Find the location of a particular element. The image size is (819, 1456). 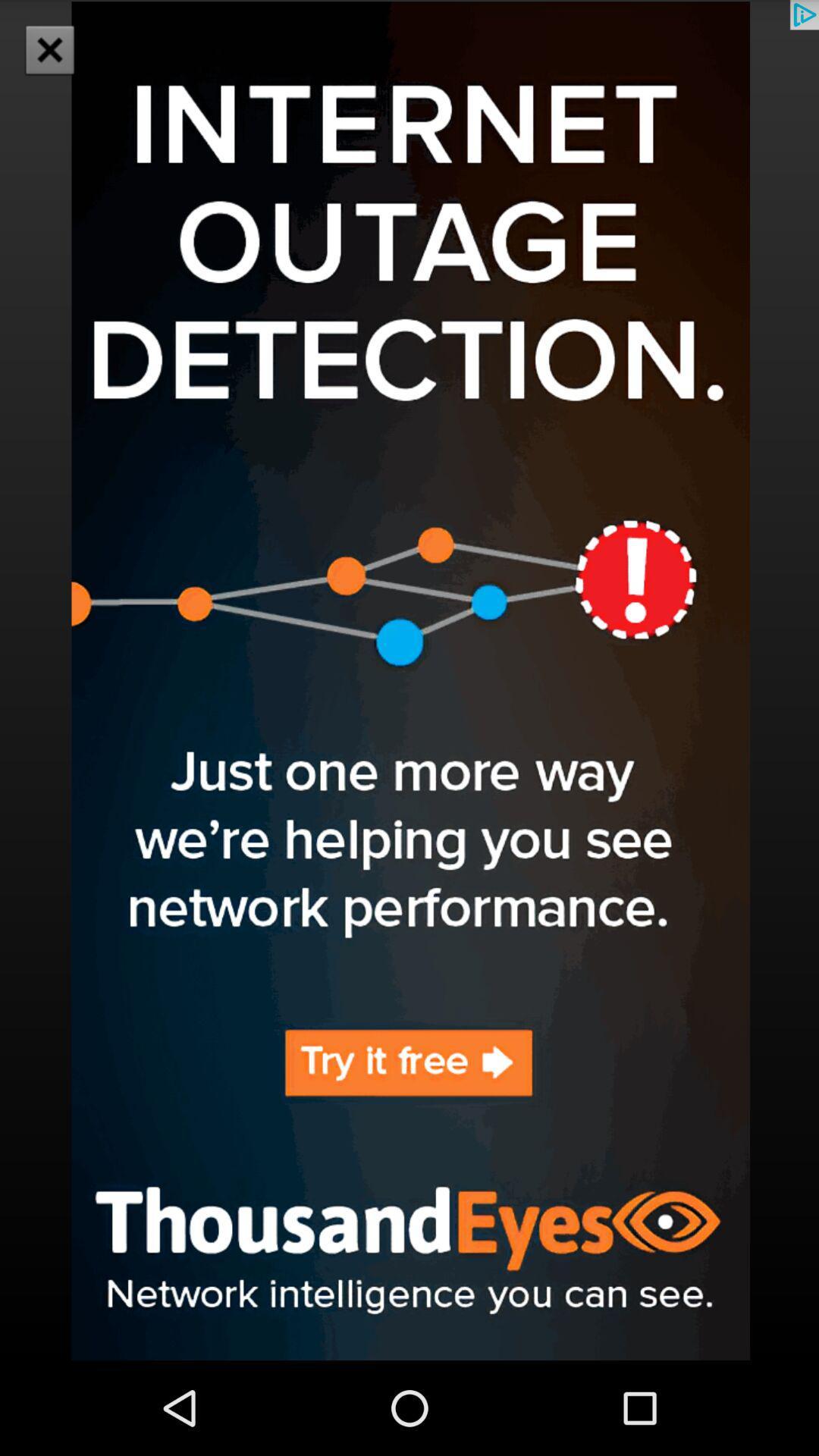

the close icon is located at coordinates (49, 53).